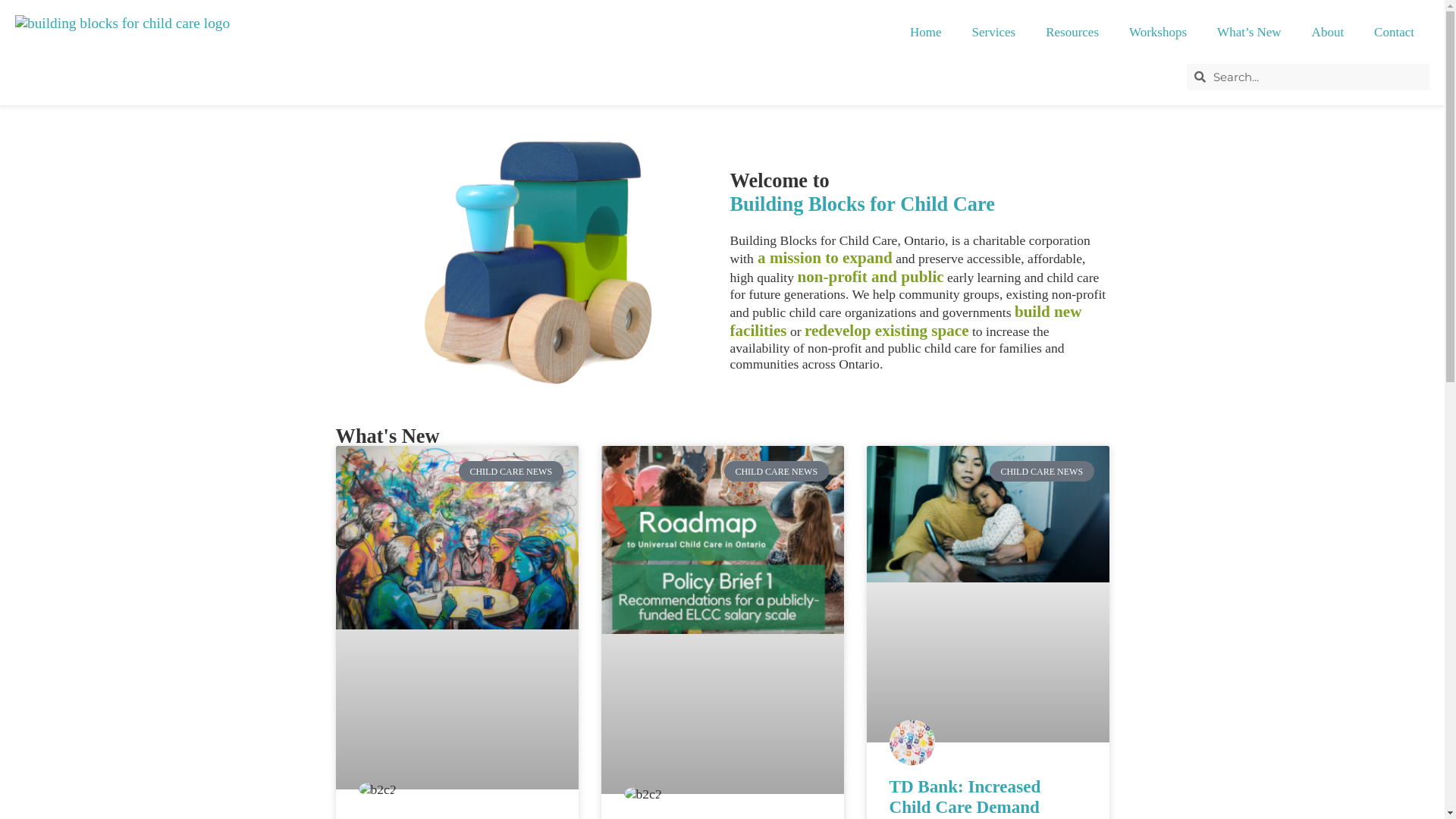 The image size is (1456, 819). I want to click on 'Workshops', so click(1156, 32).